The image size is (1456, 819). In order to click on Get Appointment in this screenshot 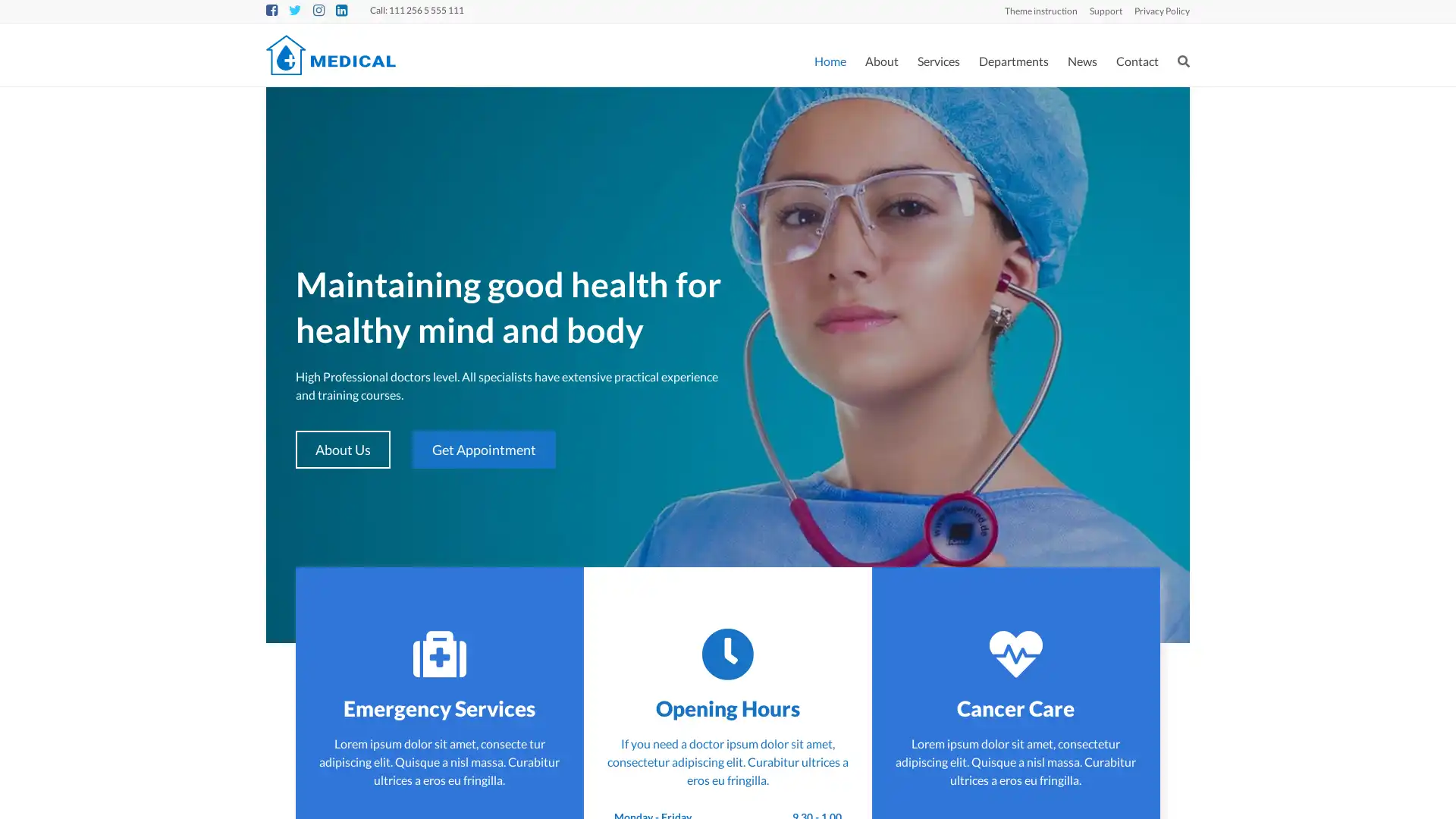, I will do `click(482, 449)`.